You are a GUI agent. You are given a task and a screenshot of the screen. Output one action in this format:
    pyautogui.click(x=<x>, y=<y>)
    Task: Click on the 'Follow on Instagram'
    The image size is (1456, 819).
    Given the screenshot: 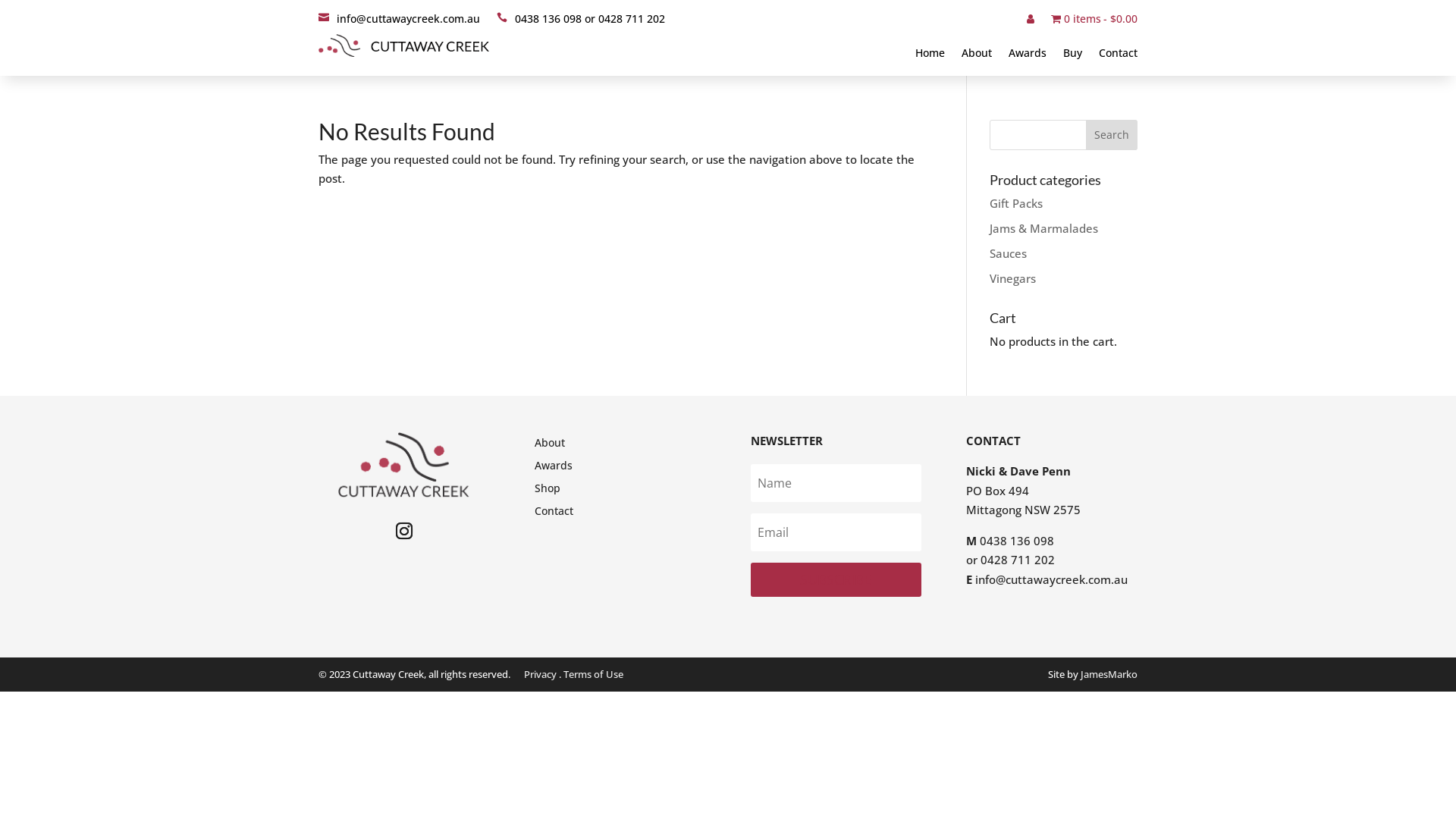 What is the action you would take?
    pyautogui.click(x=403, y=529)
    